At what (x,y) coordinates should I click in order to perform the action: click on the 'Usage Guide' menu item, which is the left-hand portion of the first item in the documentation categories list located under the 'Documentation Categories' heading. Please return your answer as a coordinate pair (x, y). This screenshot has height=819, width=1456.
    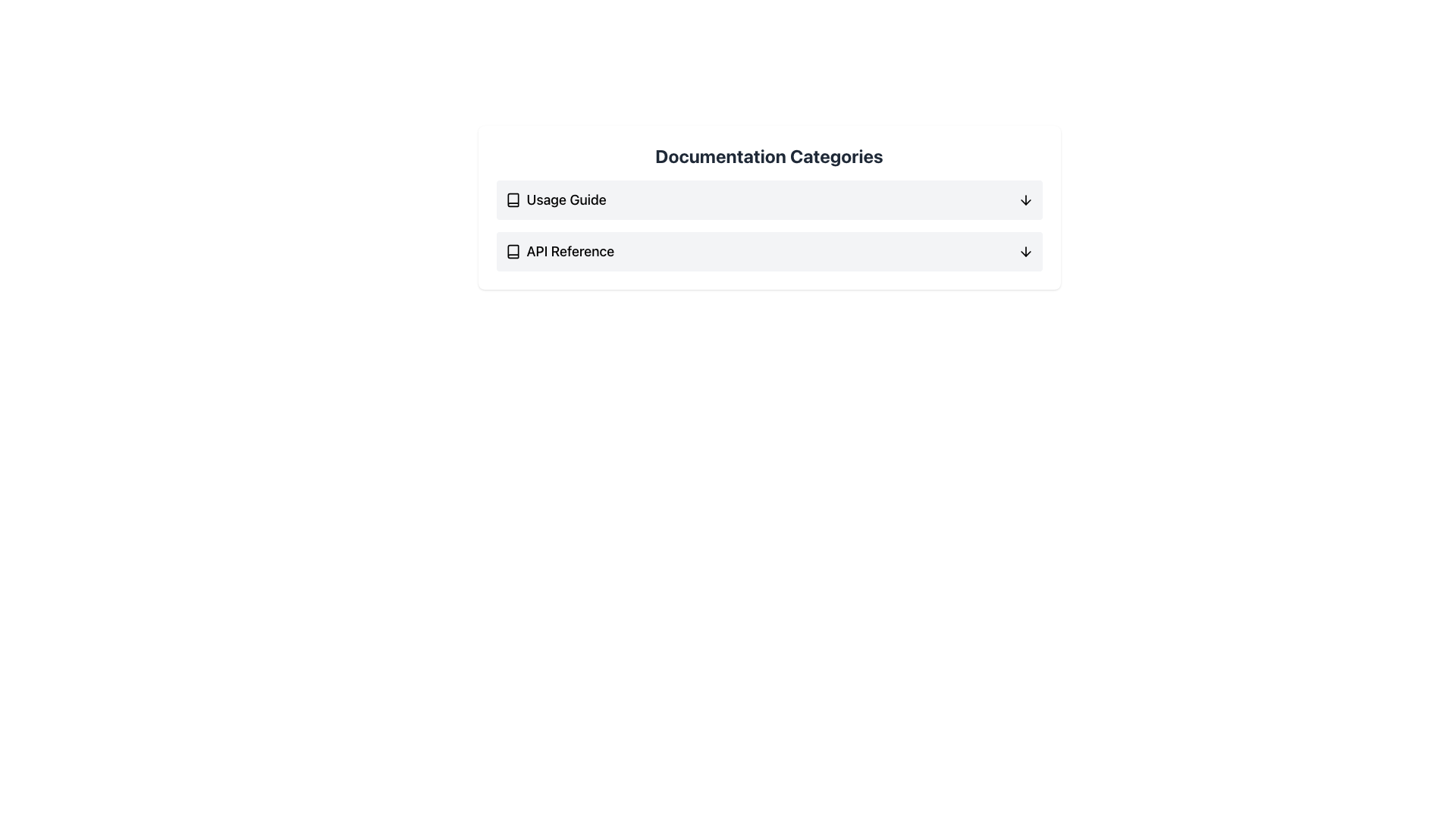
    Looking at the image, I should click on (555, 199).